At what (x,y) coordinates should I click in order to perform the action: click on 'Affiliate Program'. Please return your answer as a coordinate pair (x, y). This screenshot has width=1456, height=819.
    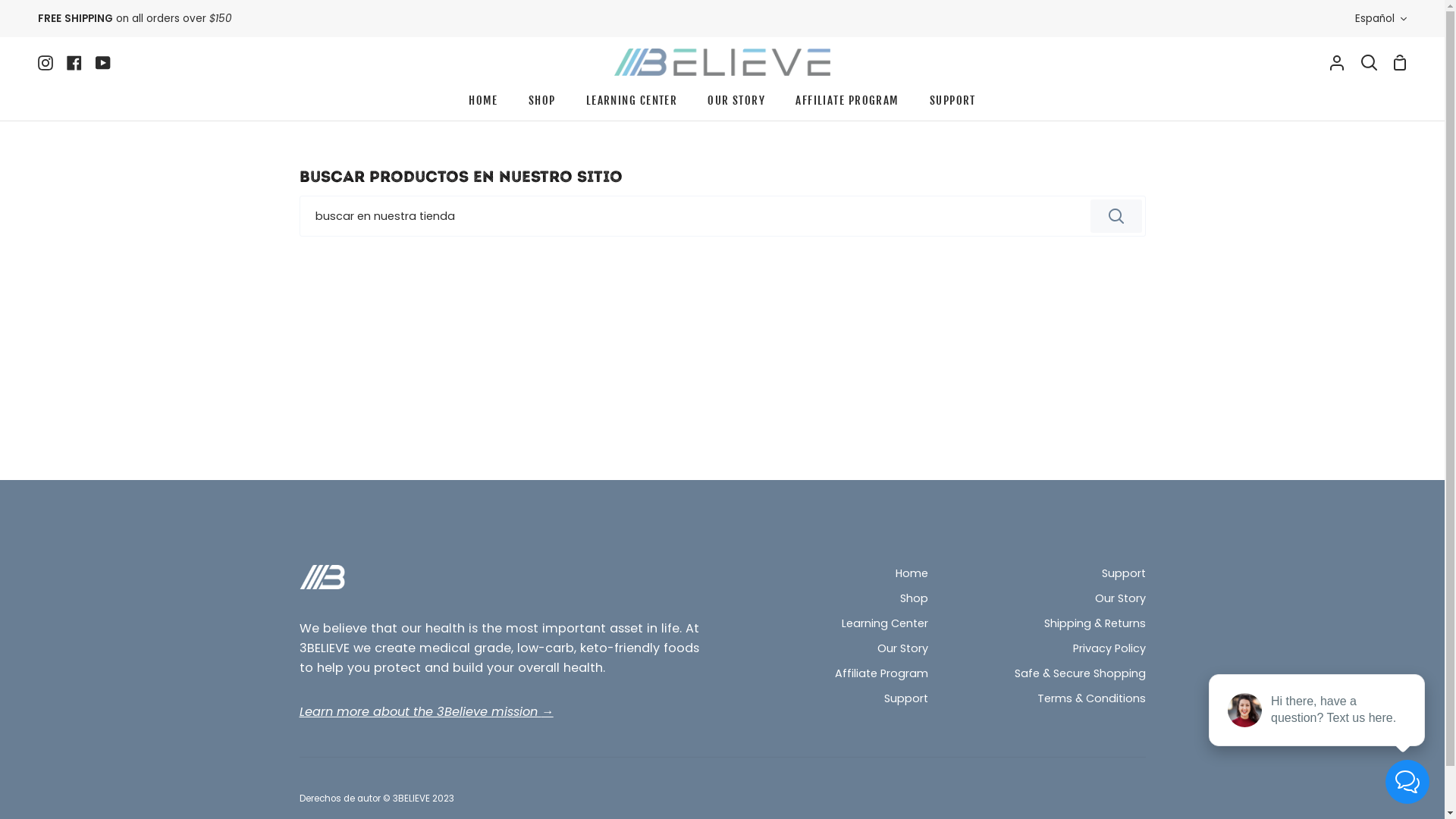
    Looking at the image, I should click on (880, 674).